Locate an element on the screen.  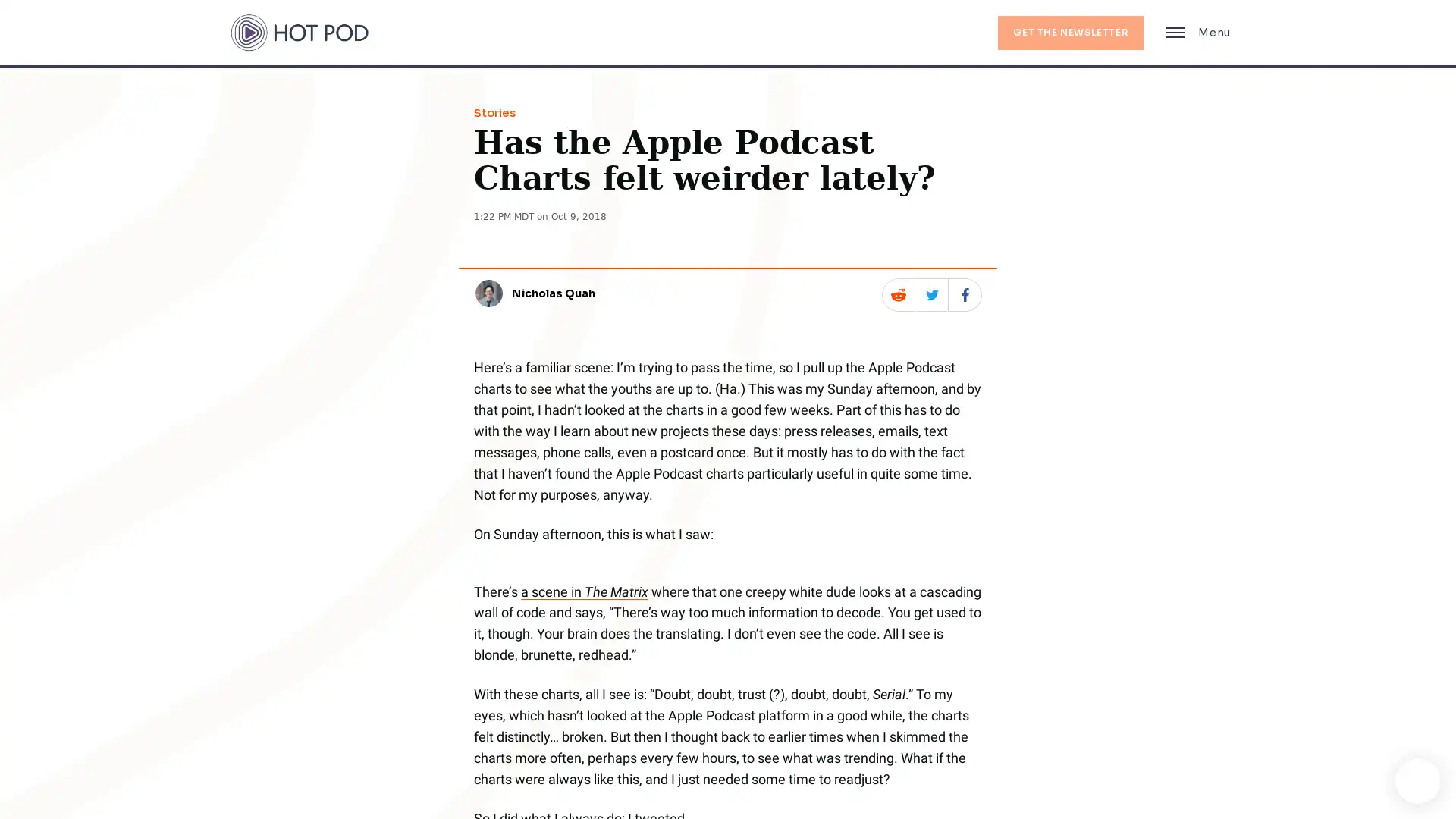
GET THE NEWSLETTER is located at coordinates (1069, 32).